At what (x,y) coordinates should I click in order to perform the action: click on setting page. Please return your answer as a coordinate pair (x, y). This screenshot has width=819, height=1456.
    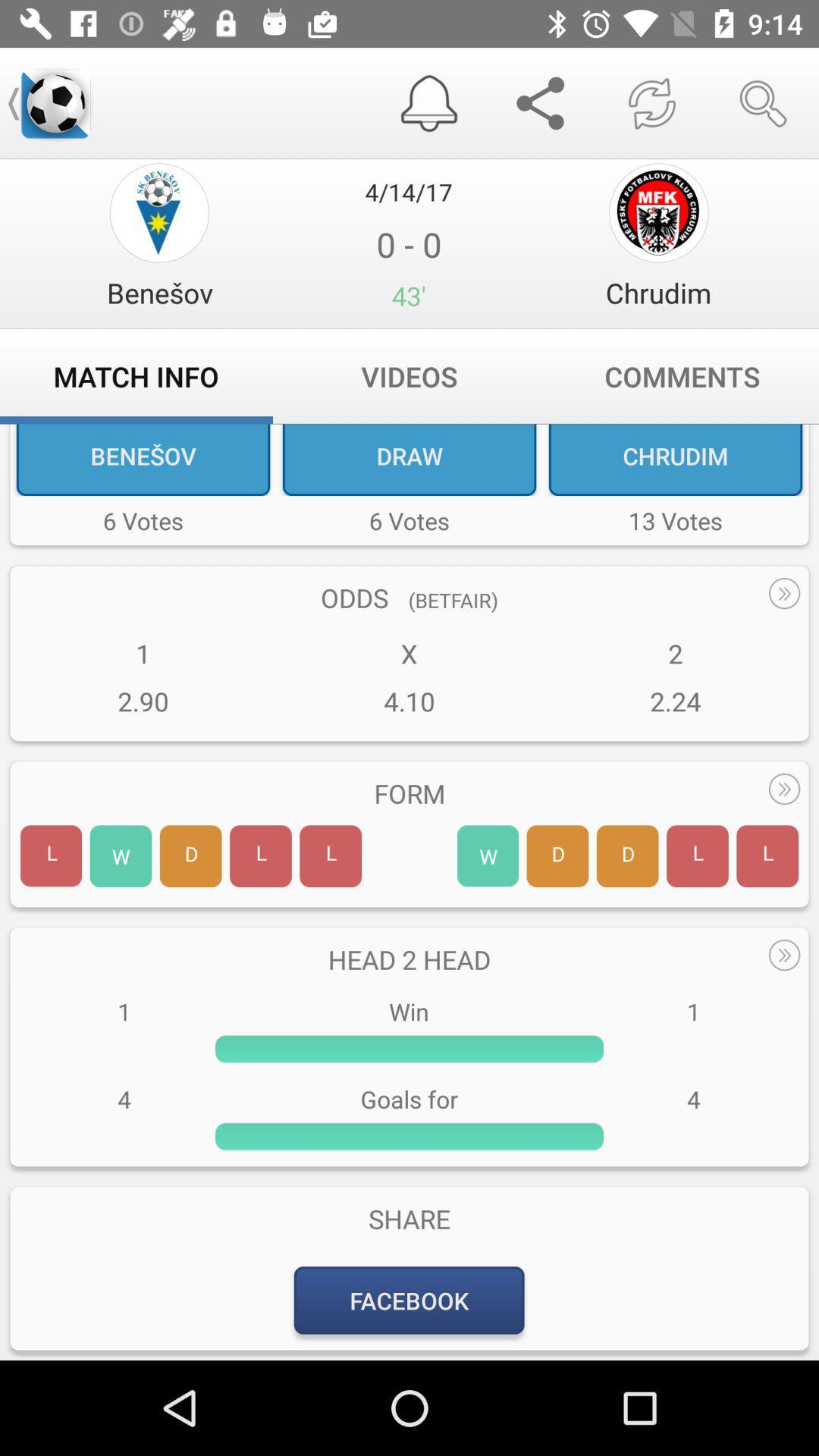
    Looking at the image, I should click on (657, 212).